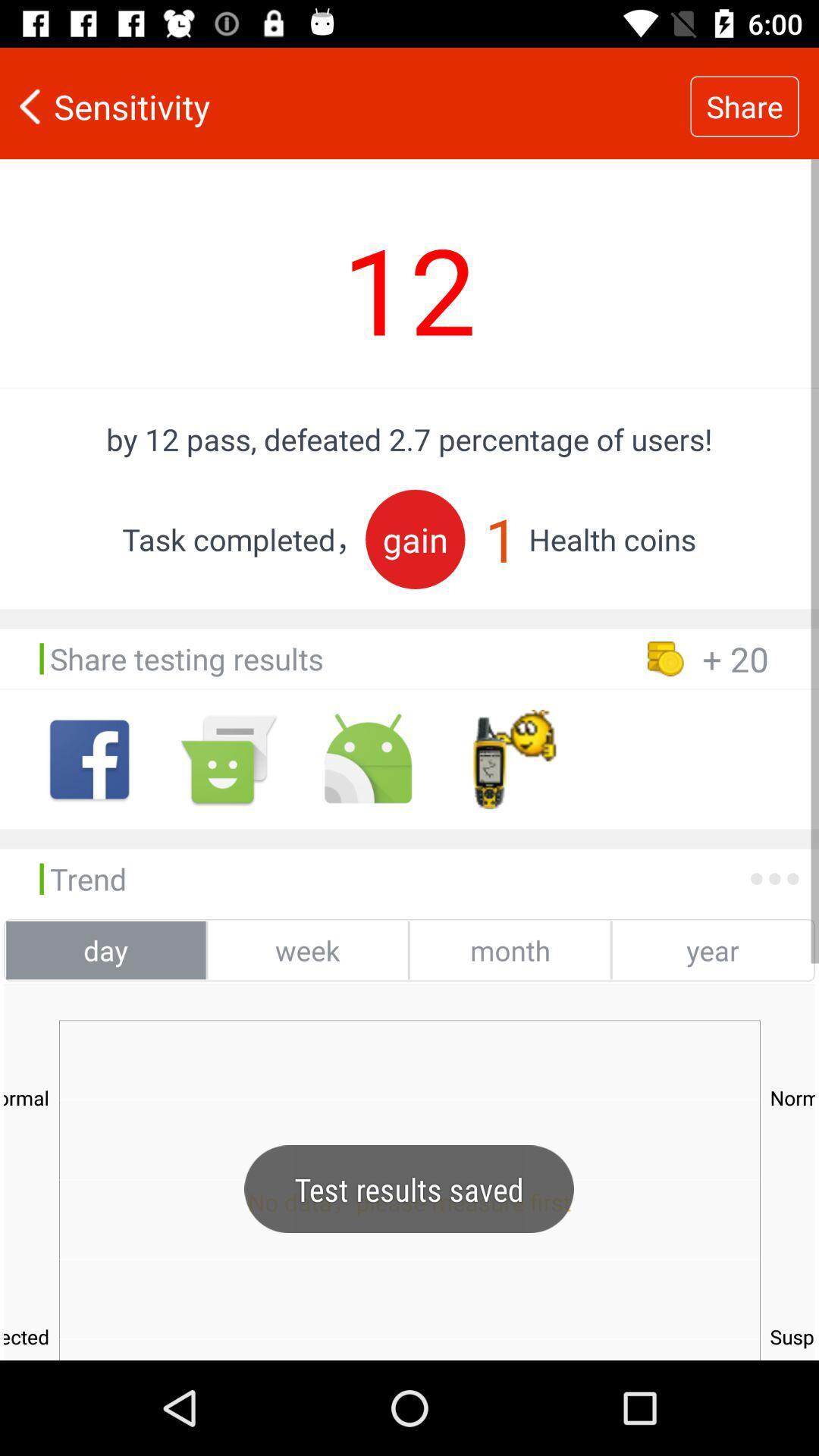 This screenshot has width=819, height=1456. Describe the element at coordinates (307, 949) in the screenshot. I see `week` at that location.